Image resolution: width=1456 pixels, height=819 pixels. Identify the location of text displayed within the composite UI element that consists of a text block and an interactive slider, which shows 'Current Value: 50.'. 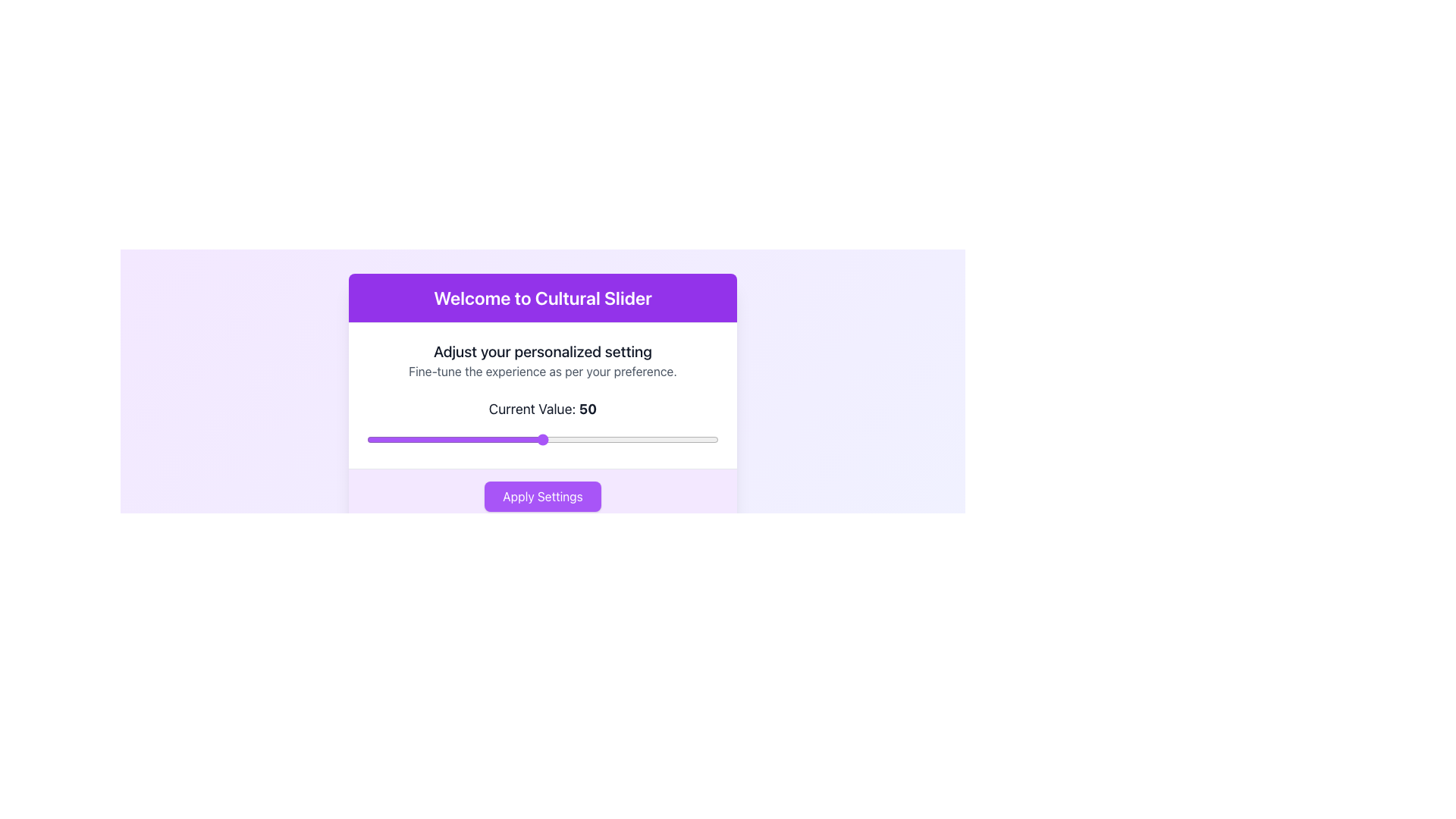
(542, 394).